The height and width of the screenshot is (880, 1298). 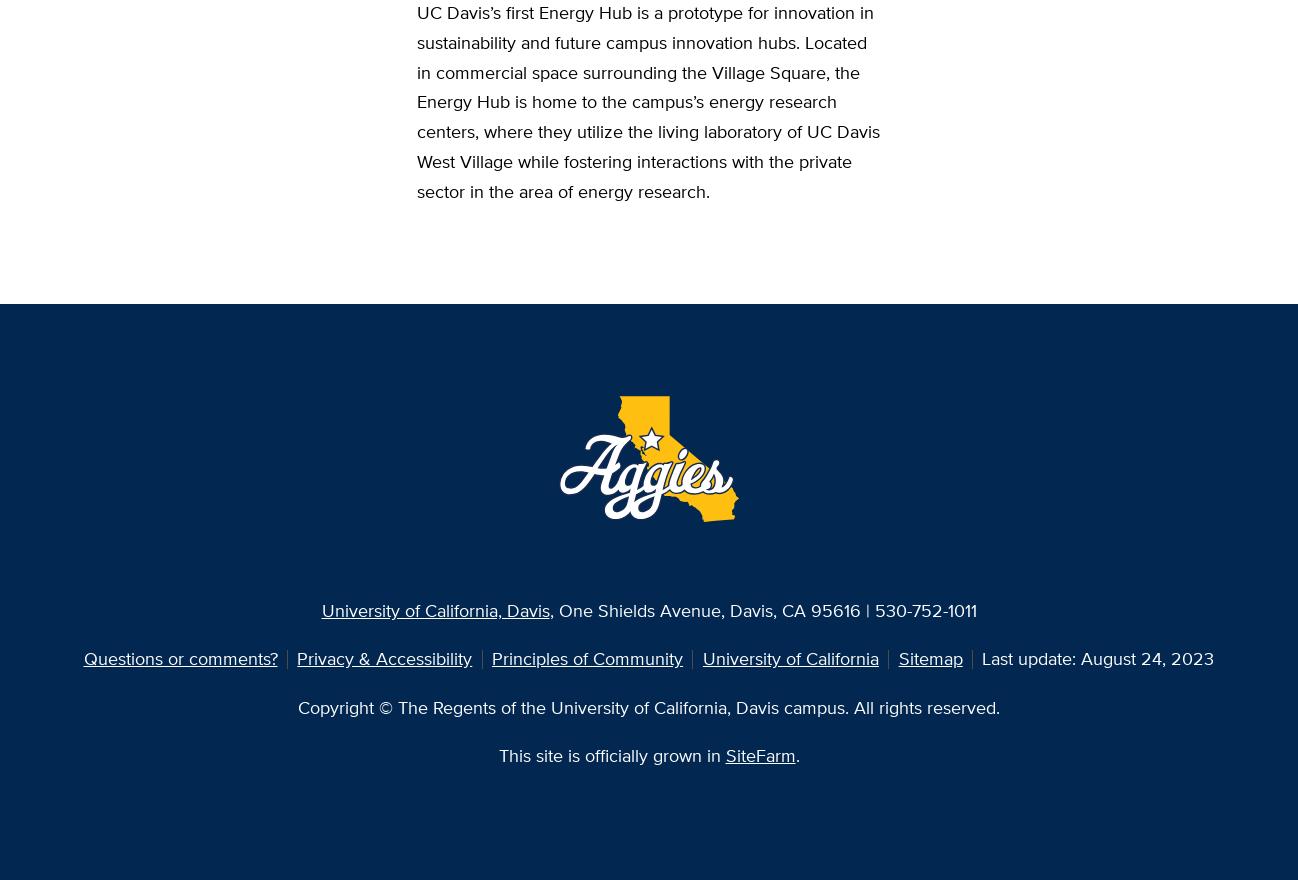 What do you see at coordinates (794, 753) in the screenshot?
I see `'.'` at bounding box center [794, 753].